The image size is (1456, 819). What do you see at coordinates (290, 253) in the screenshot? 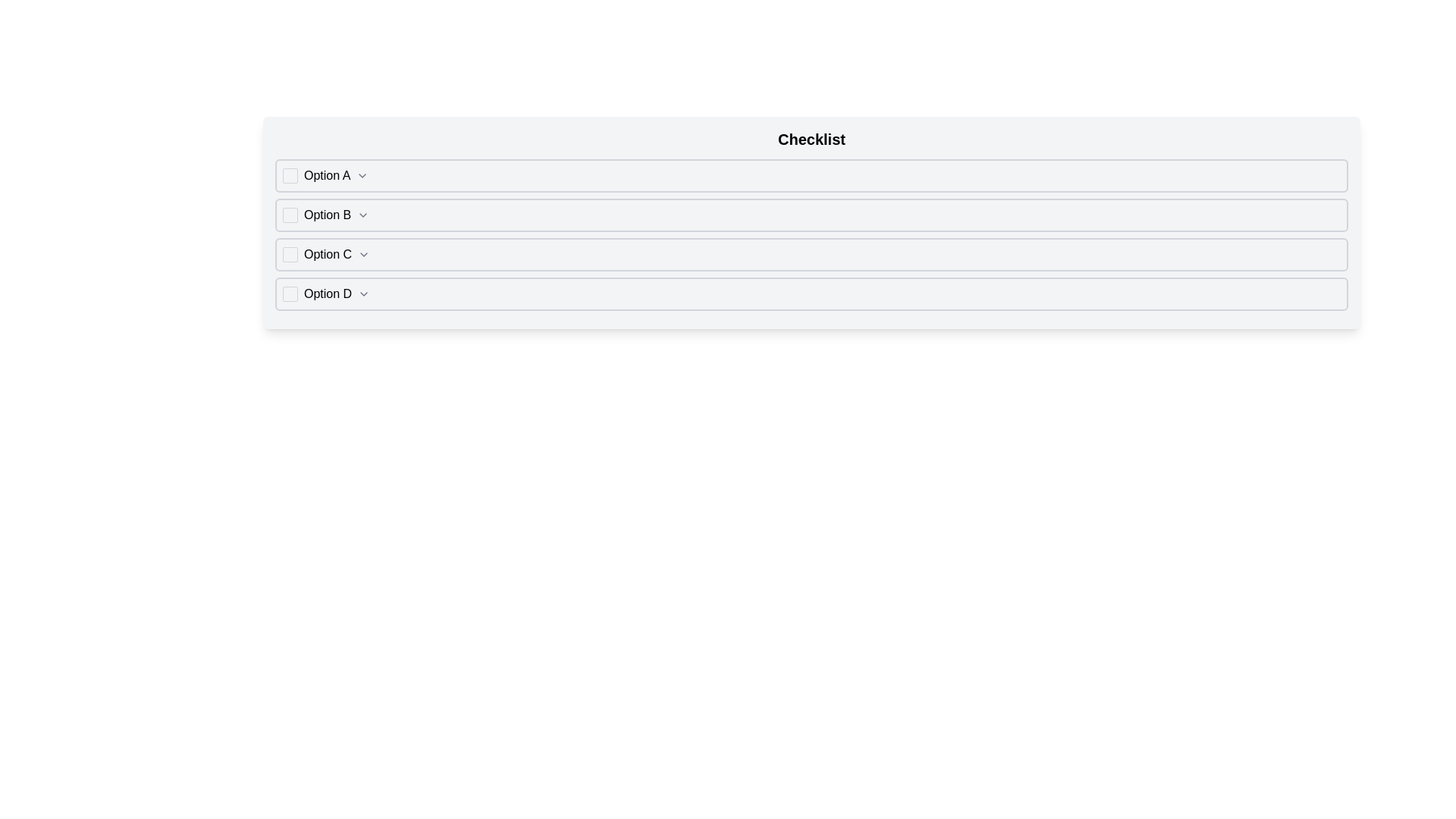
I see `the checkbox for 'Option C'` at bounding box center [290, 253].